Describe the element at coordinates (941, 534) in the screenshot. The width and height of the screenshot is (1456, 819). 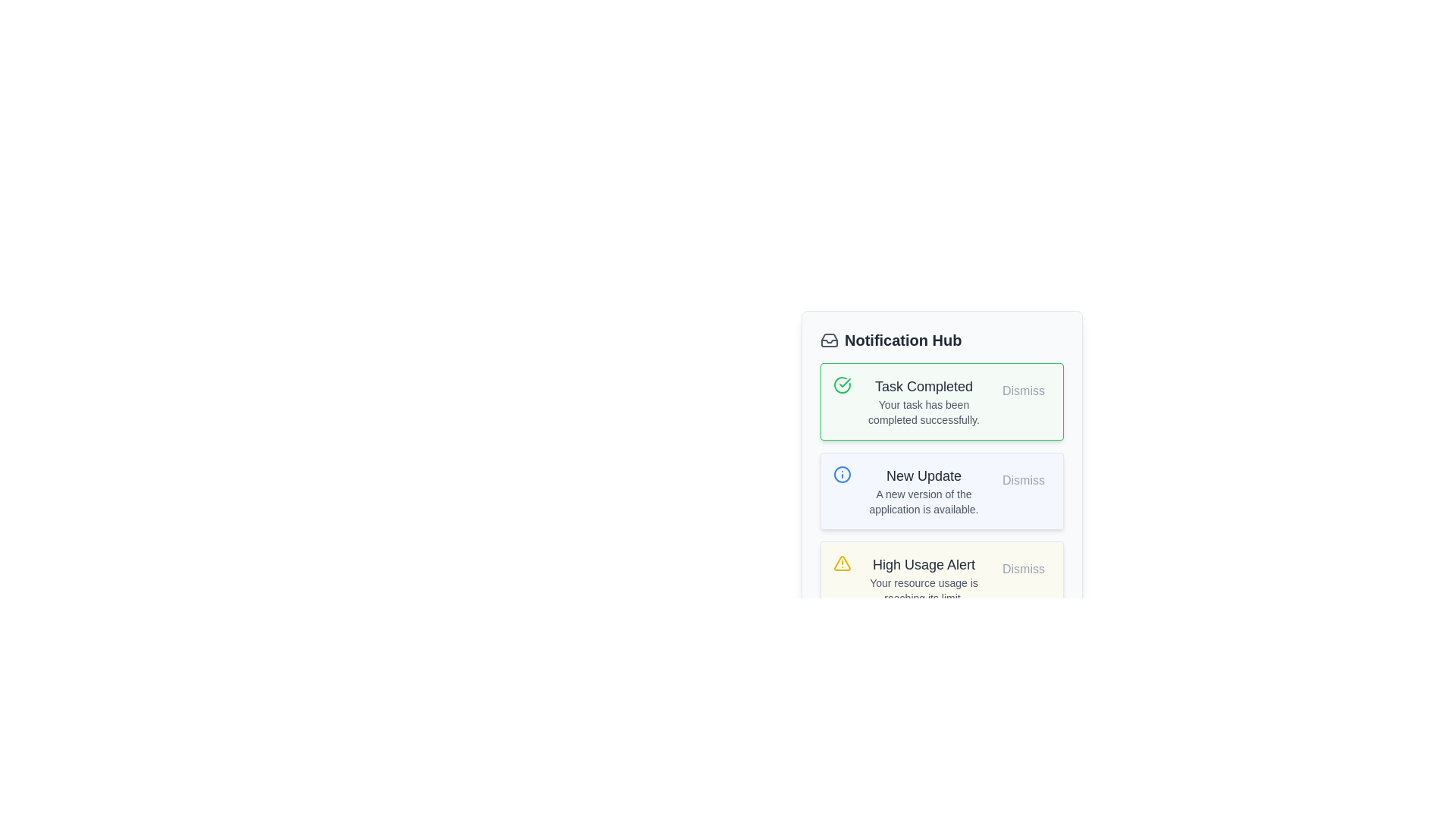
I see `notifications in the Notification card located in the Notification Hub, specifically the third item in the list of notifications, which contains various notifications with dismiss buttons` at that location.